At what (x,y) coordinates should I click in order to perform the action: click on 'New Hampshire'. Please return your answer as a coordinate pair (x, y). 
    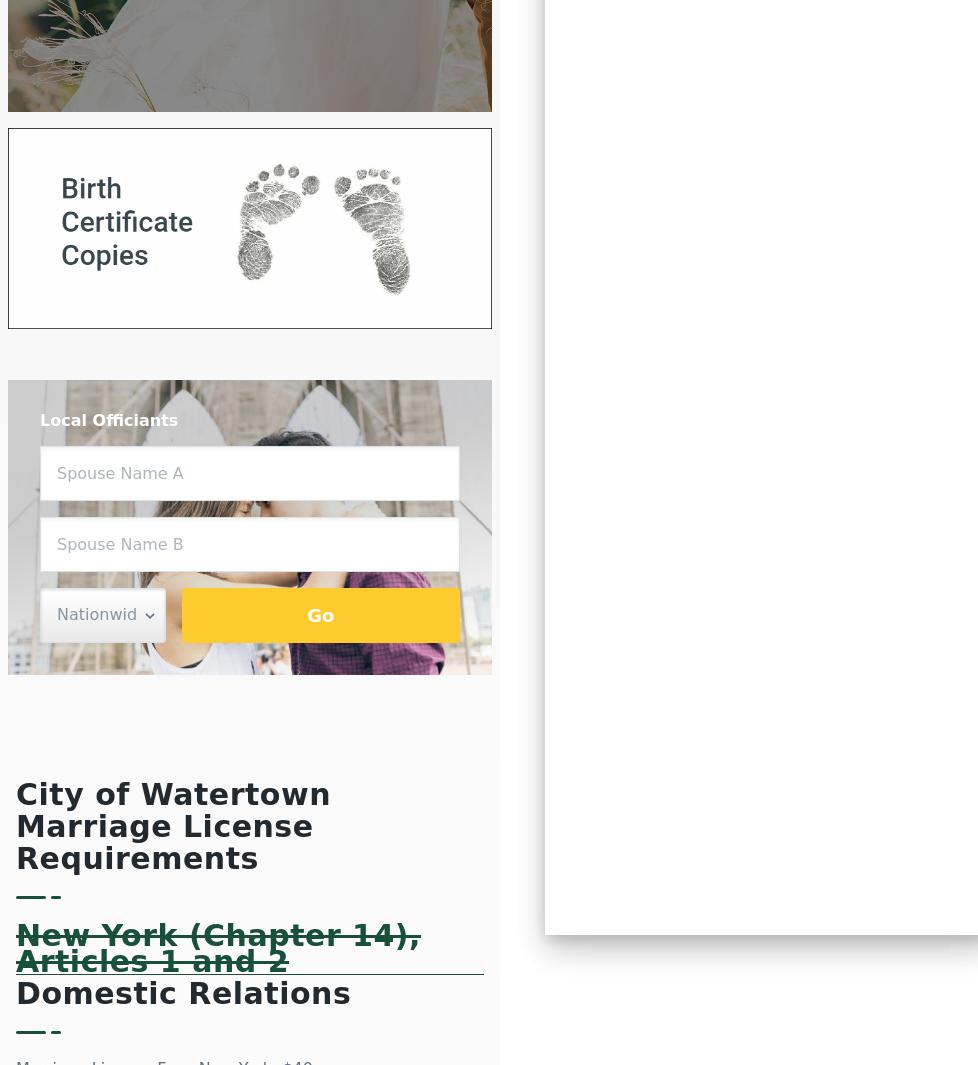
    Looking at the image, I should click on (668, 199).